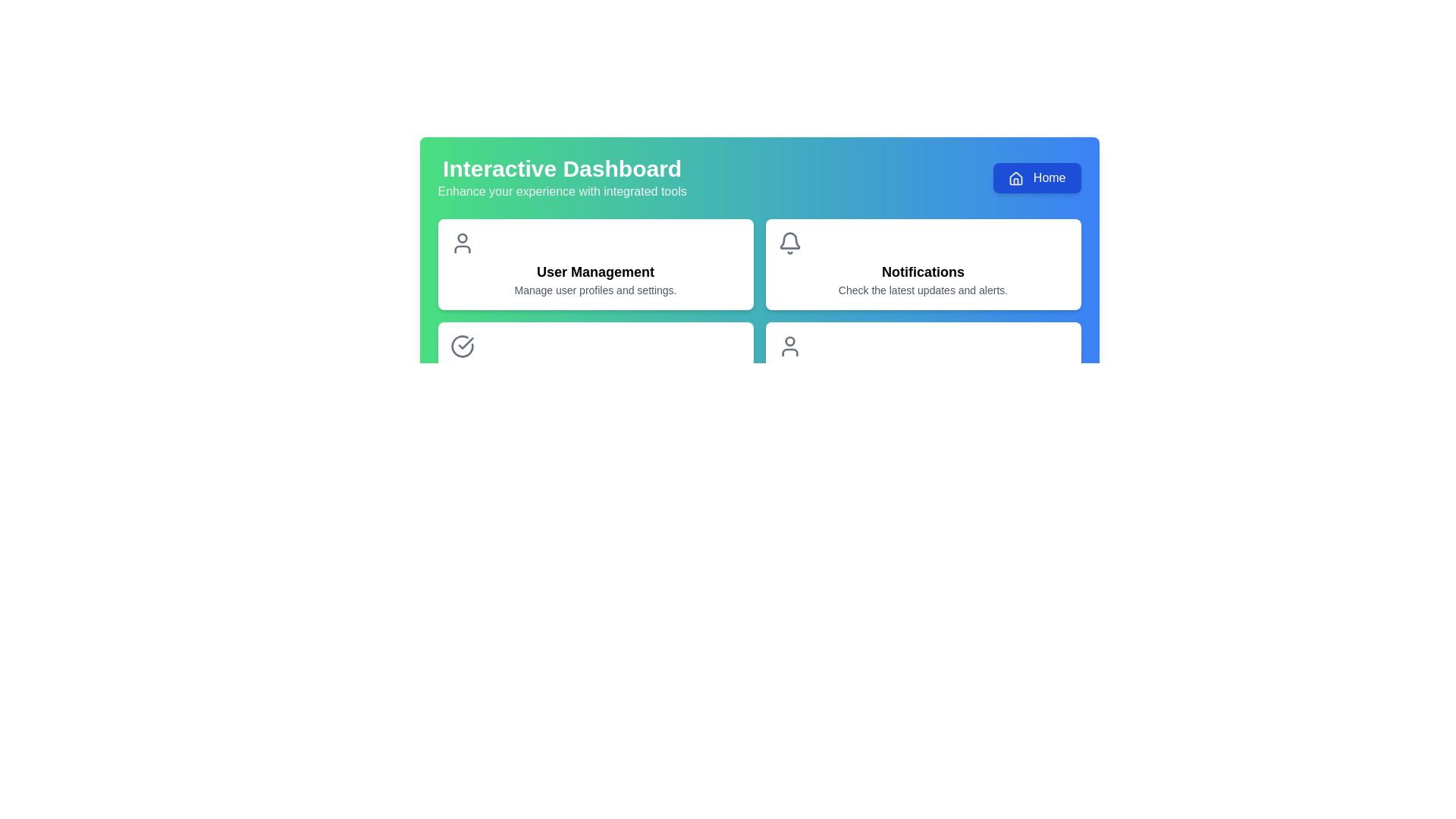  Describe the element at coordinates (595, 290) in the screenshot. I see `the text label that provides a brief description of the 'User Management' feature, which is positioned directly below the element with the text 'User Management'` at that location.